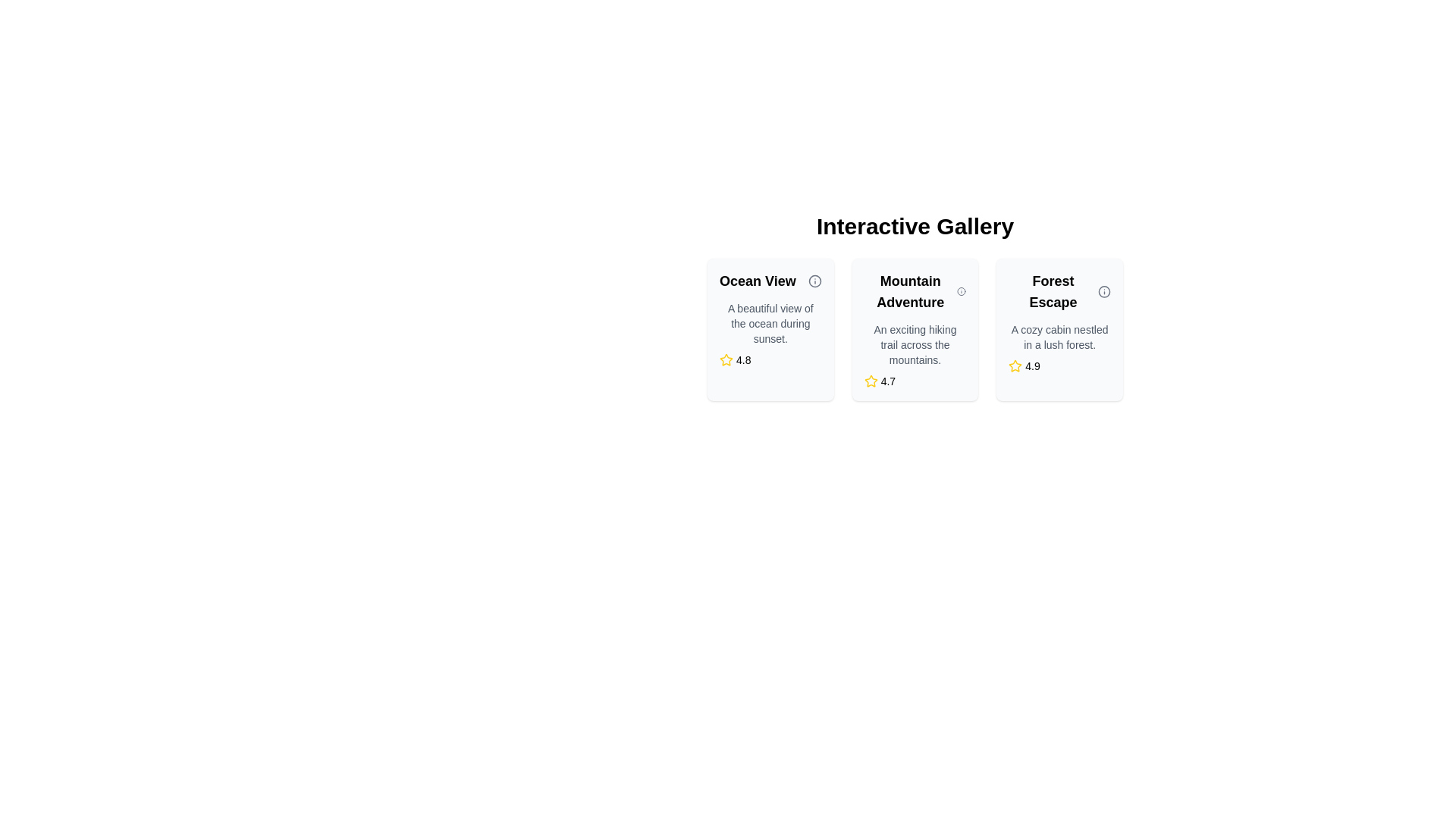 The height and width of the screenshot is (819, 1456). Describe the element at coordinates (1059, 329) in the screenshot. I see `the third interactive card labeled 'Forest Escape' in the Interactive Gallery` at that location.